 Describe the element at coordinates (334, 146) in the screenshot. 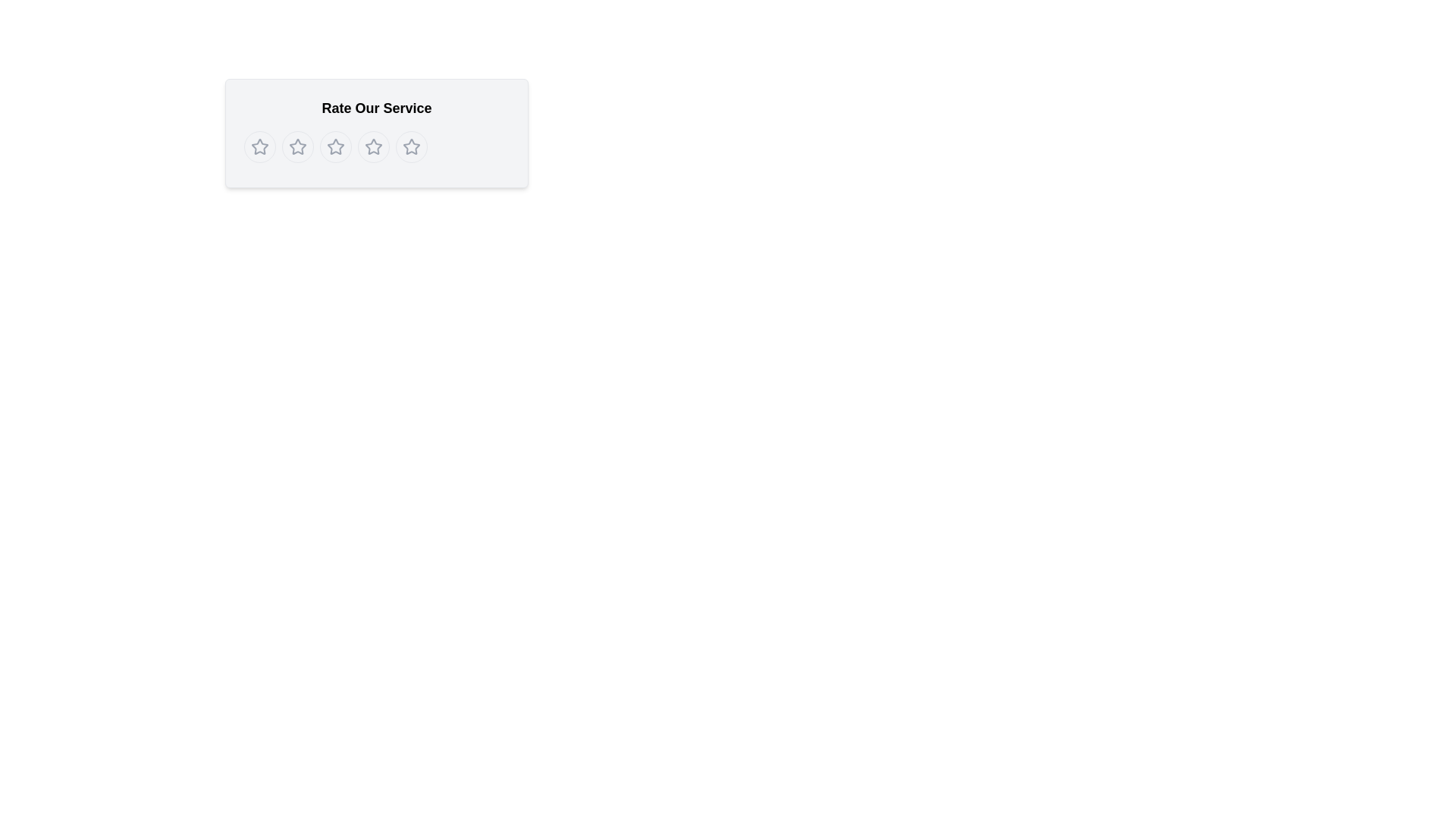

I see `the third star rating button` at that location.